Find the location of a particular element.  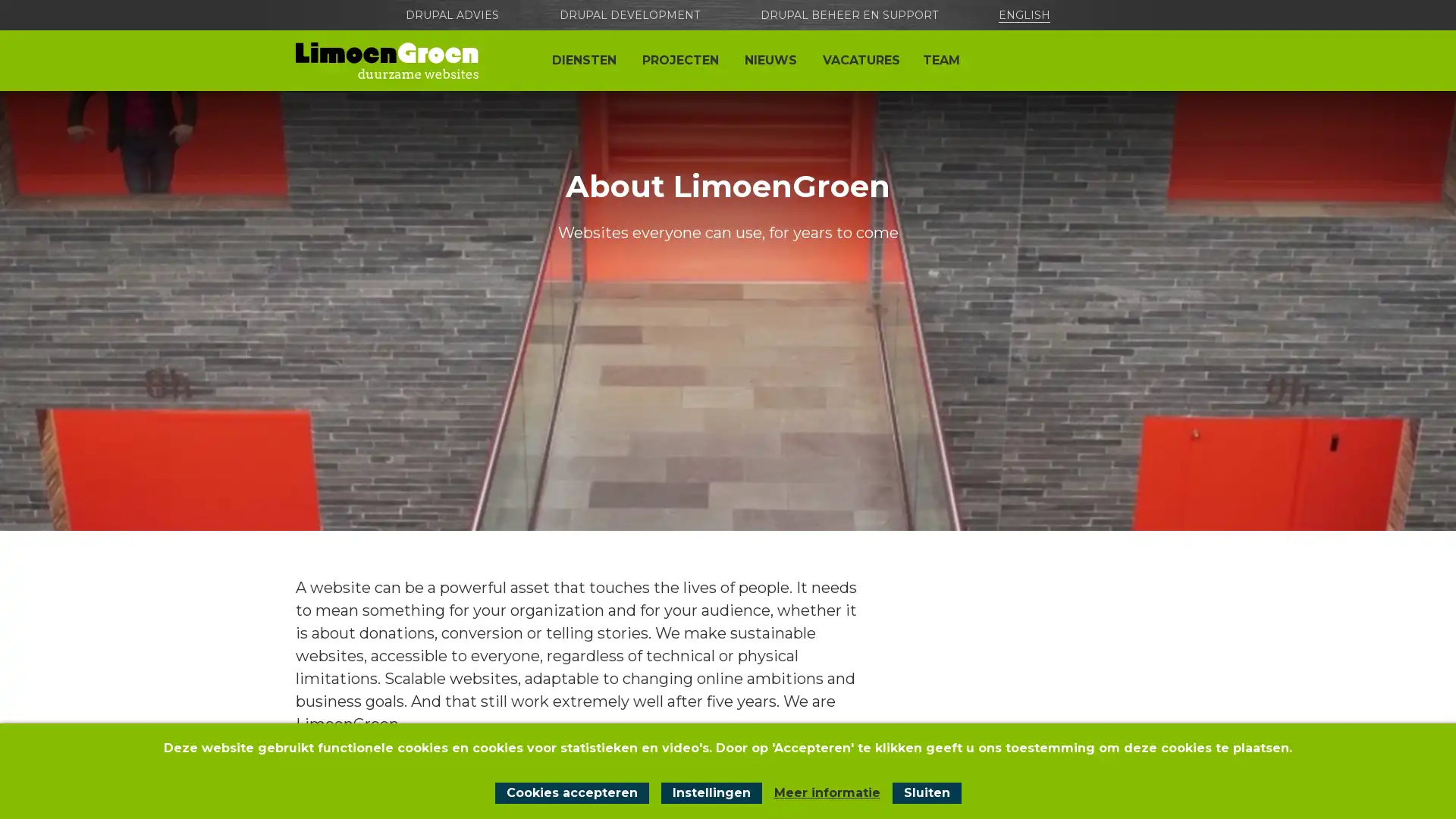

Instellingen is located at coordinates (710, 792).